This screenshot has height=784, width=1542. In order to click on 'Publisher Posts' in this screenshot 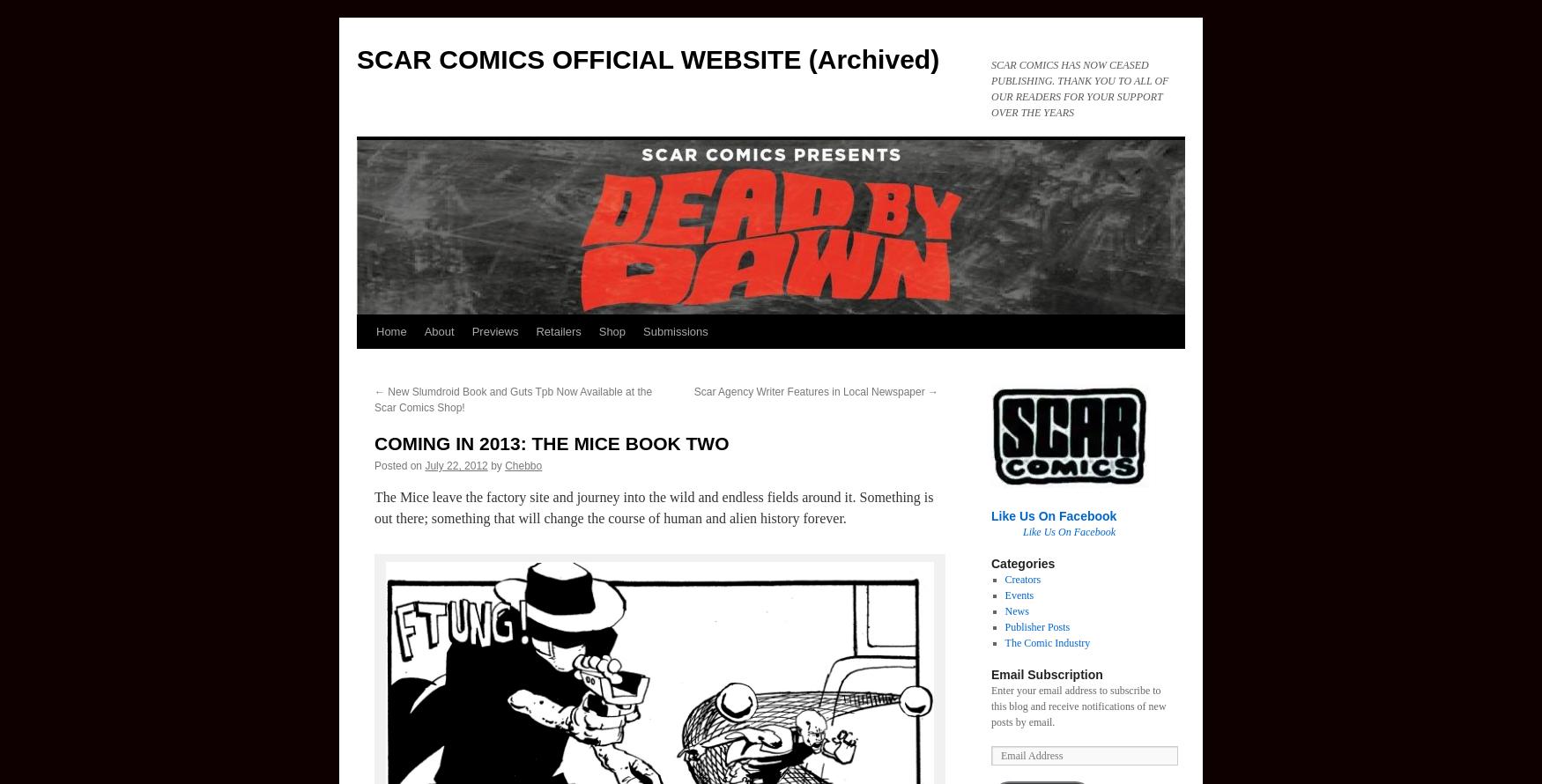, I will do `click(1036, 626)`.